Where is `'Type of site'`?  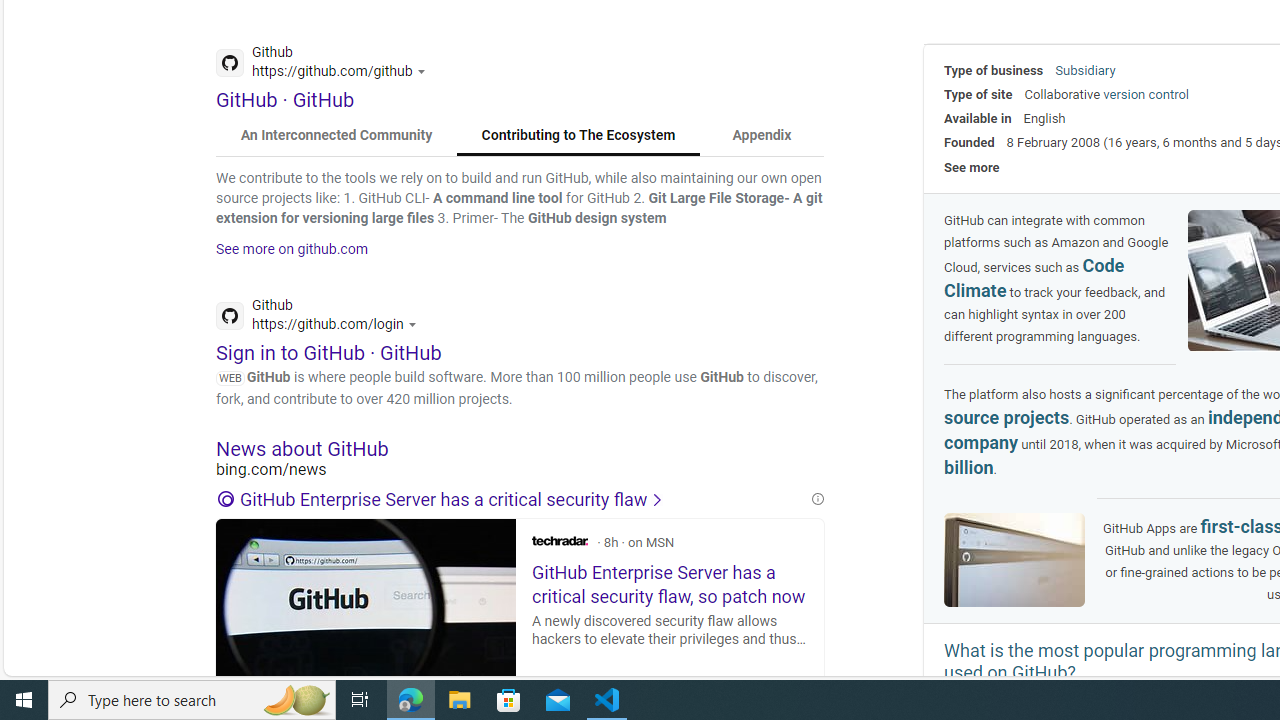 'Type of site' is located at coordinates (978, 94).